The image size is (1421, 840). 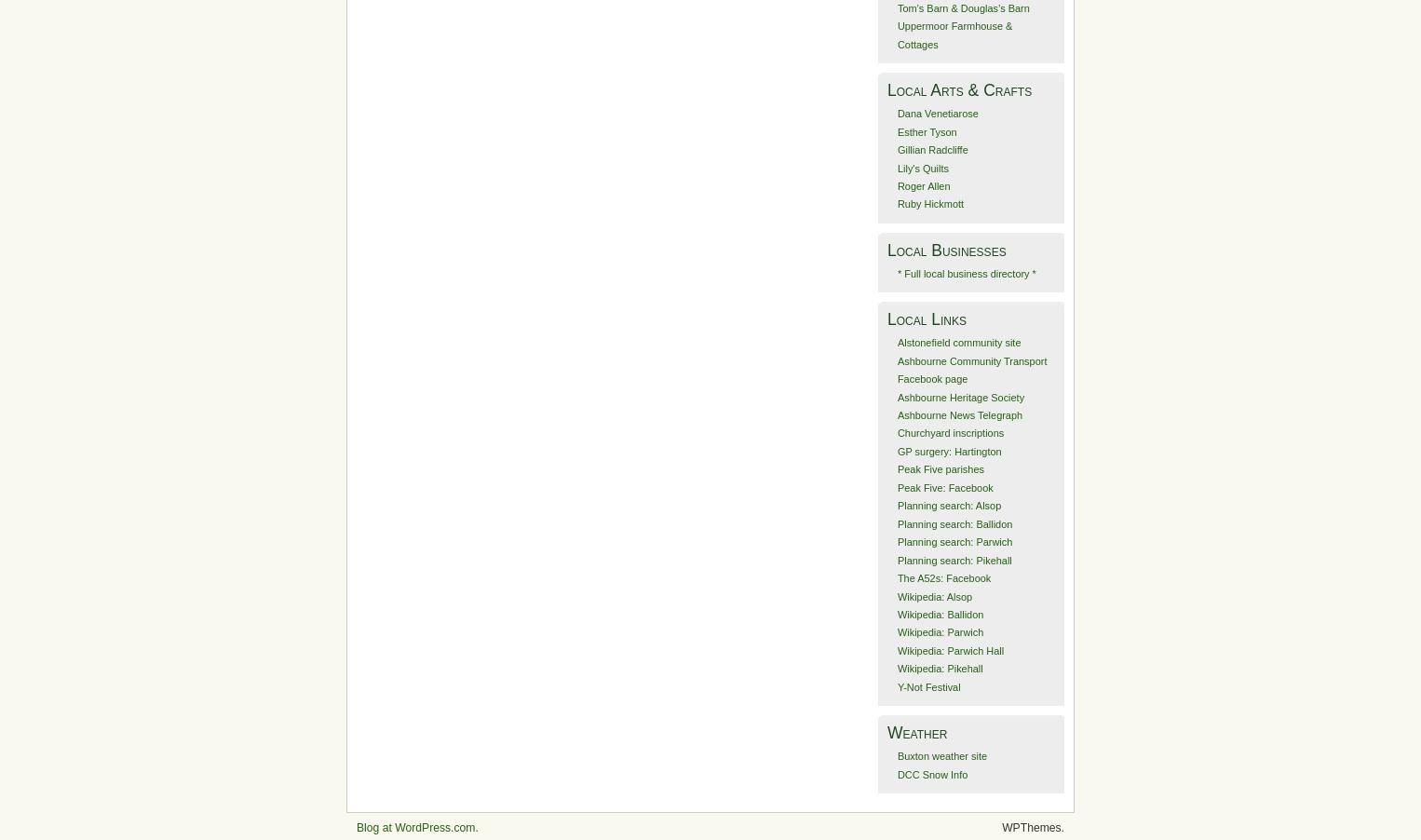 I want to click on 'Weather', so click(x=916, y=731).